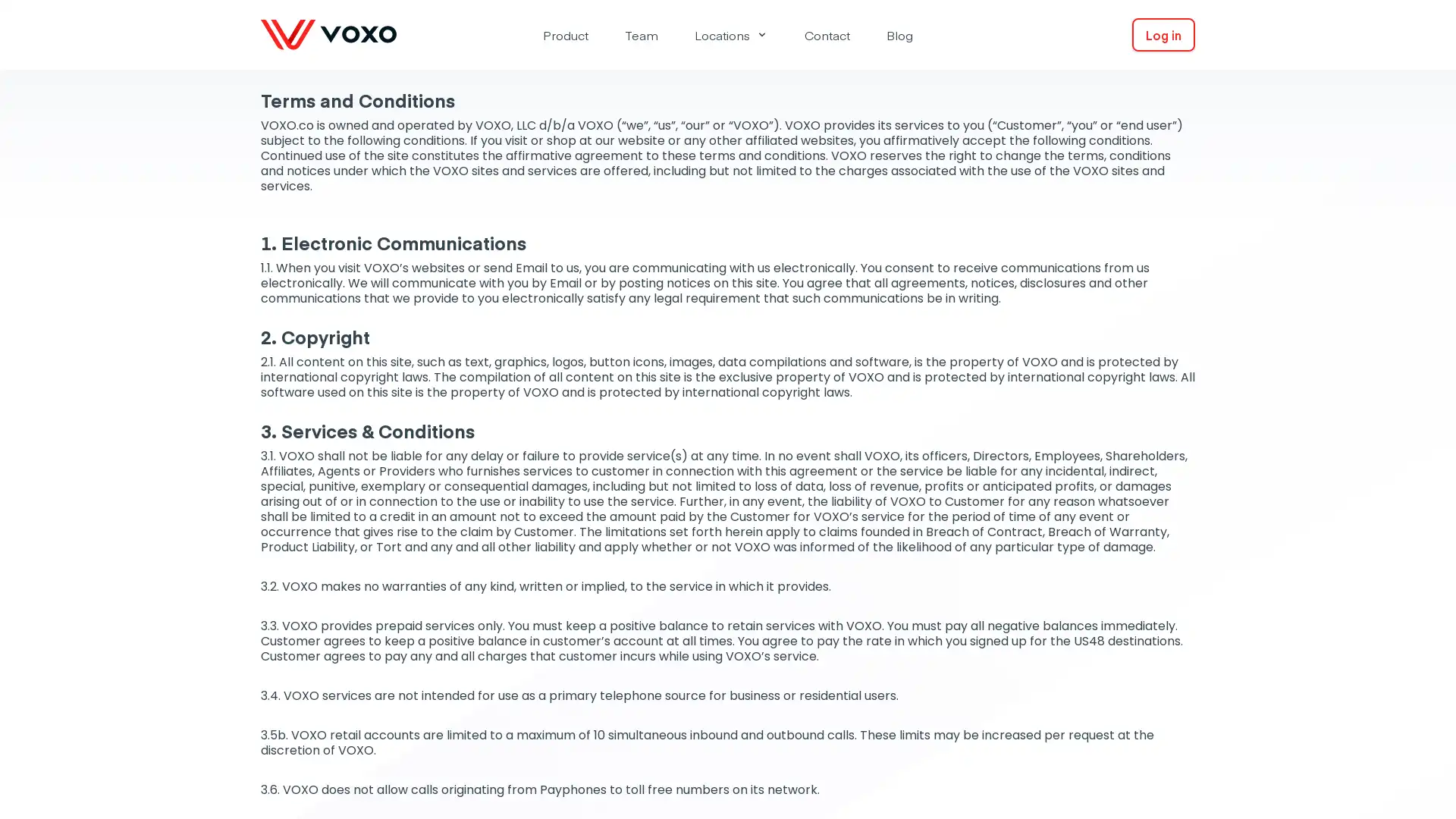  I want to click on Locations, so click(731, 34).